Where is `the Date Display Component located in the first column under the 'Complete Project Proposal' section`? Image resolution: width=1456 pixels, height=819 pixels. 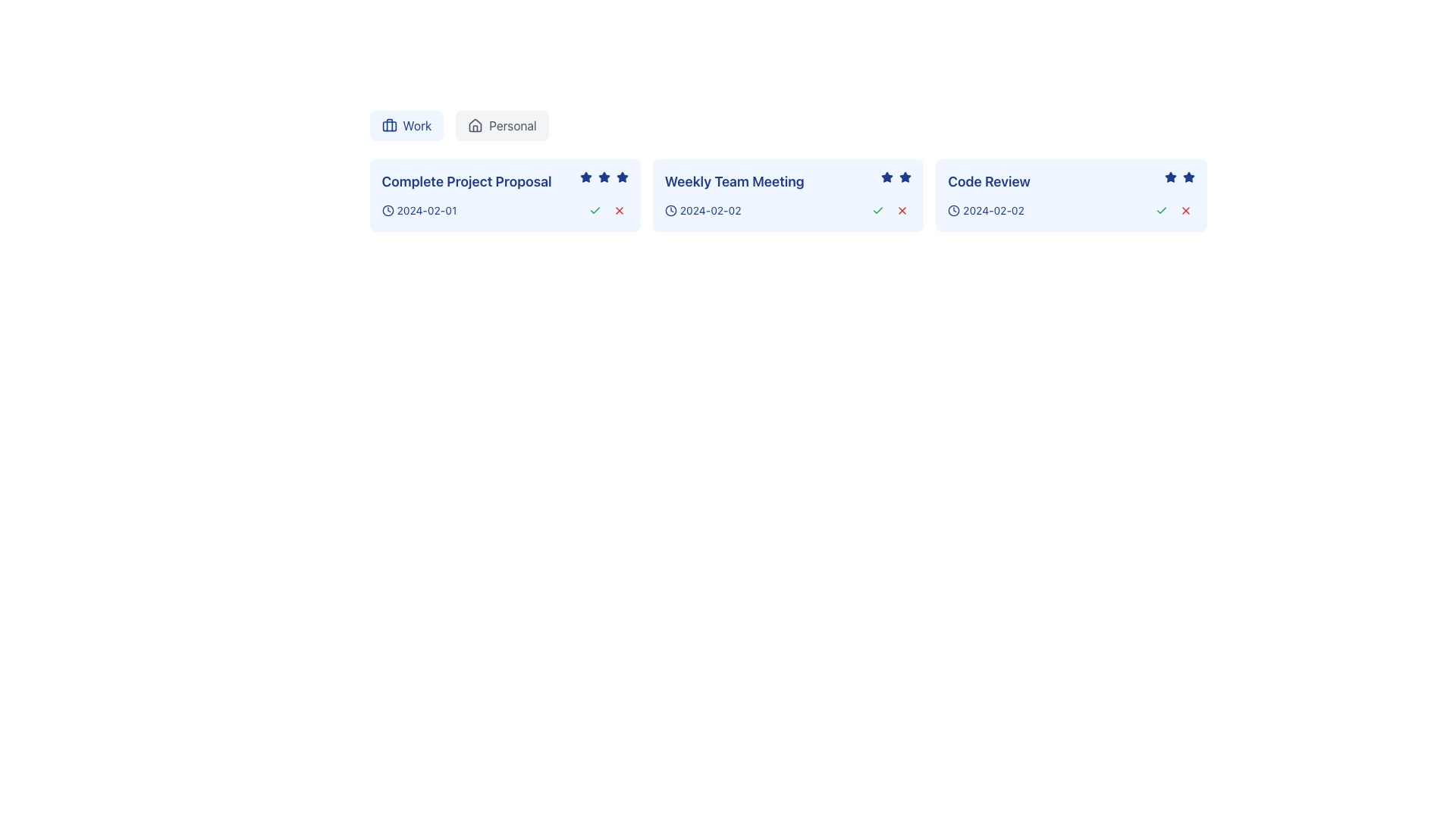
the Date Display Component located in the first column under the 'Complete Project Proposal' section is located at coordinates (419, 210).